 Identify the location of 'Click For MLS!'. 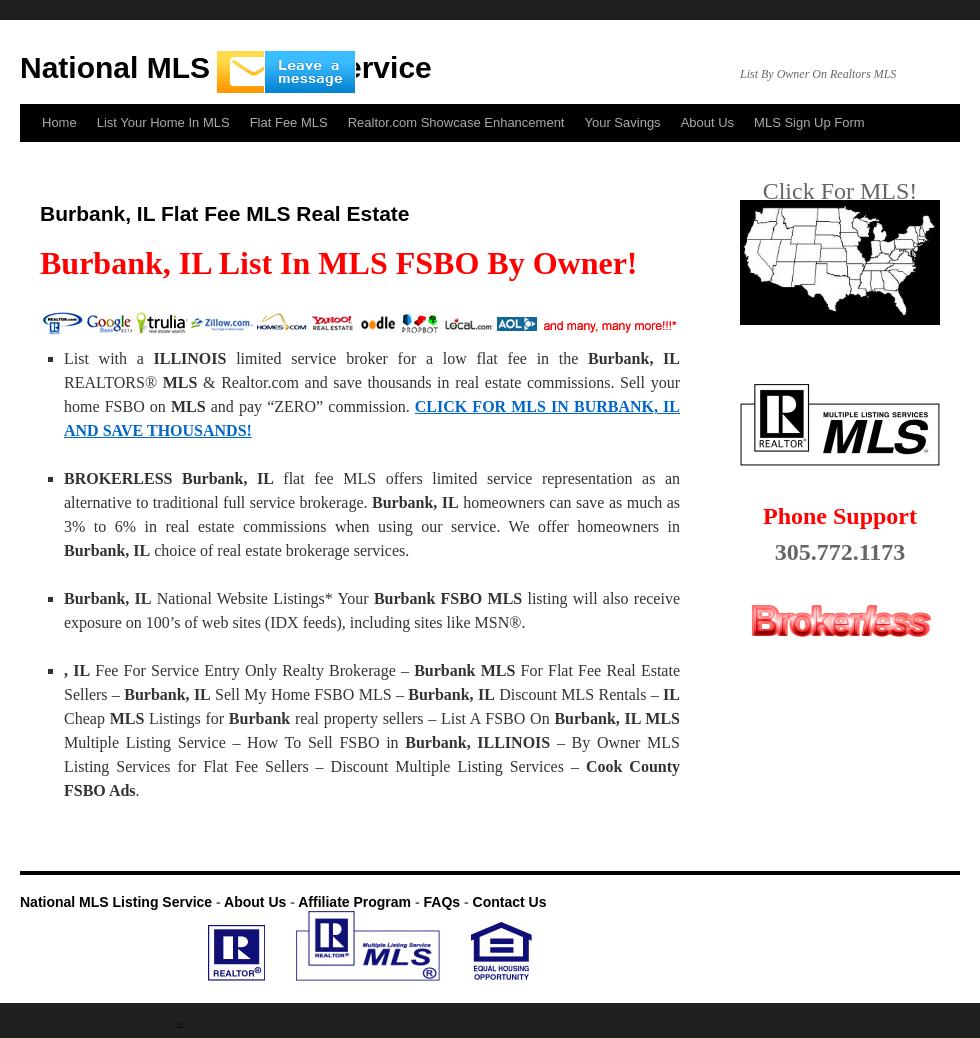
(839, 189).